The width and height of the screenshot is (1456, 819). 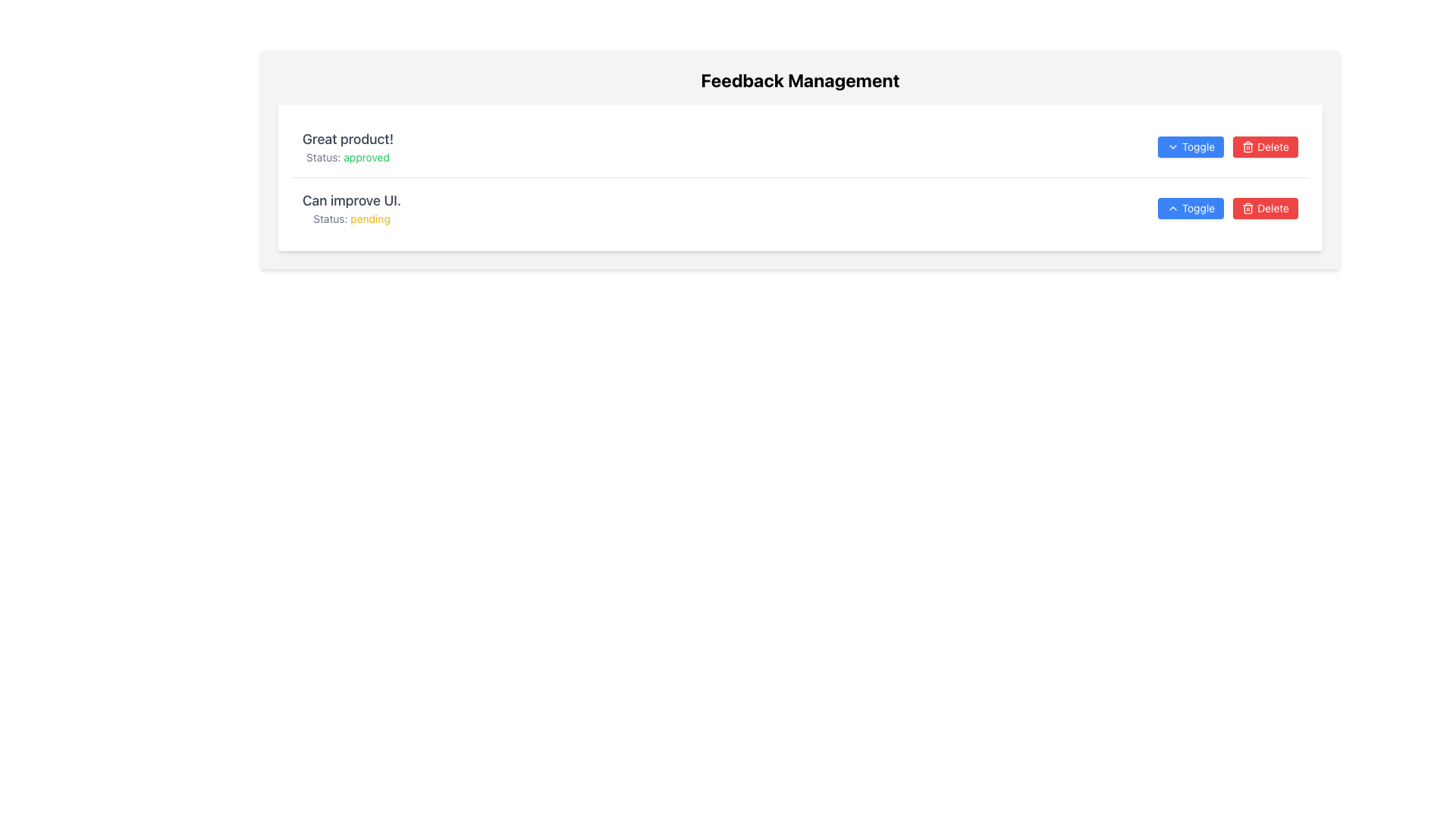 What do you see at coordinates (1266, 146) in the screenshot?
I see `the delete button located in the rightmost position of the button arrangement under the feedback entry, to trigger the hover effect` at bounding box center [1266, 146].